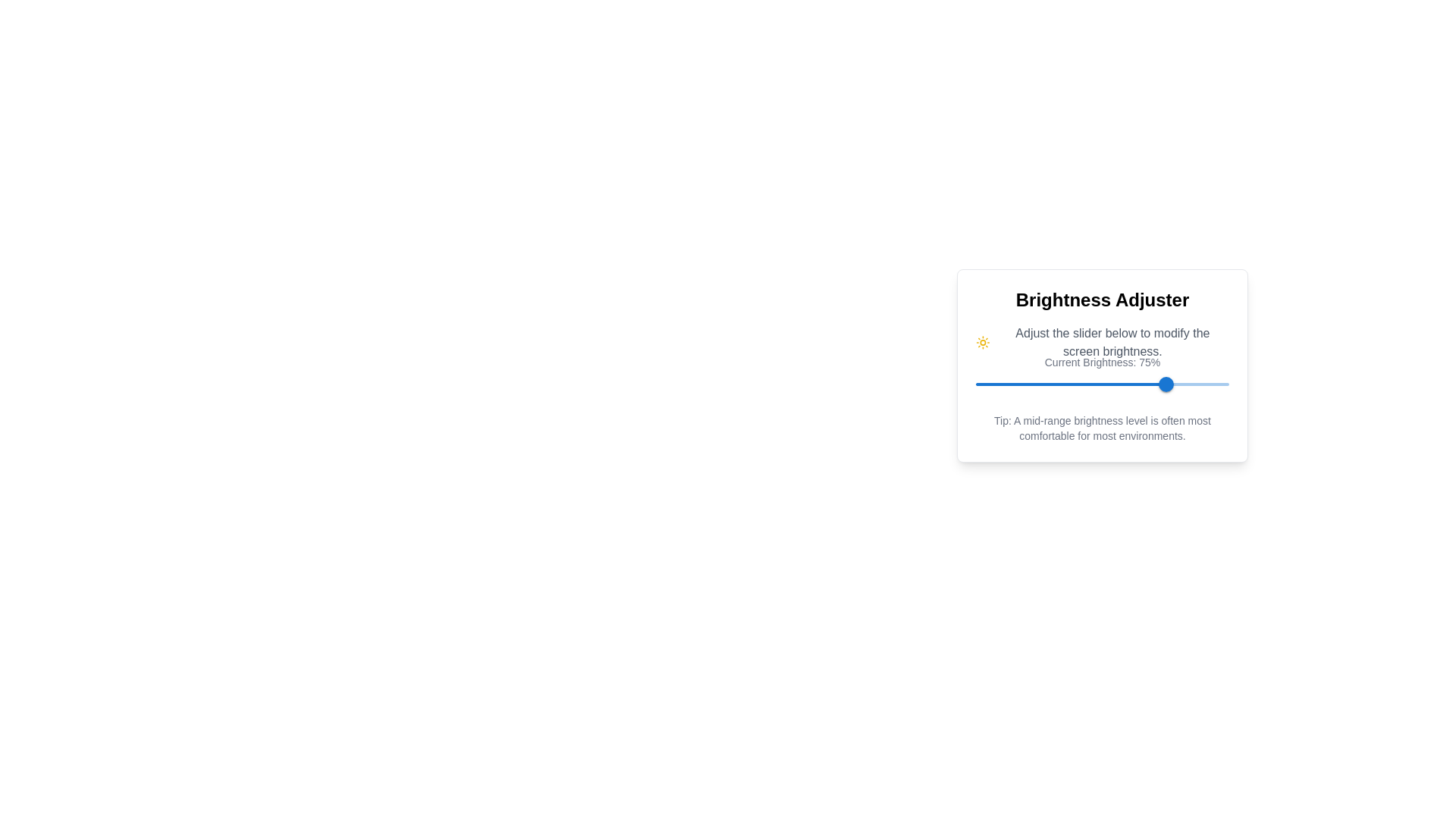 This screenshot has height=819, width=1456. Describe the element at coordinates (1124, 383) in the screenshot. I see `brightness` at that location.